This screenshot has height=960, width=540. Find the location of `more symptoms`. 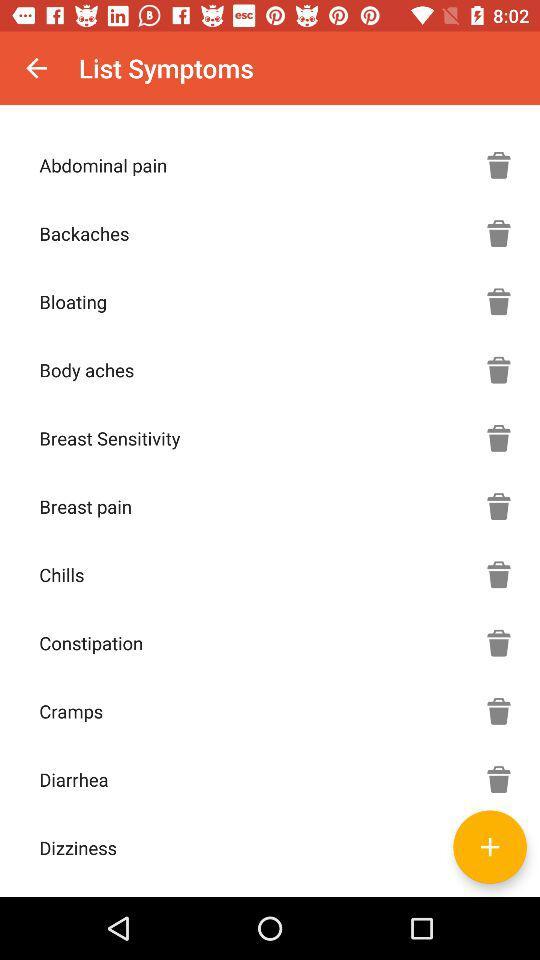

more symptoms is located at coordinates (498, 846).